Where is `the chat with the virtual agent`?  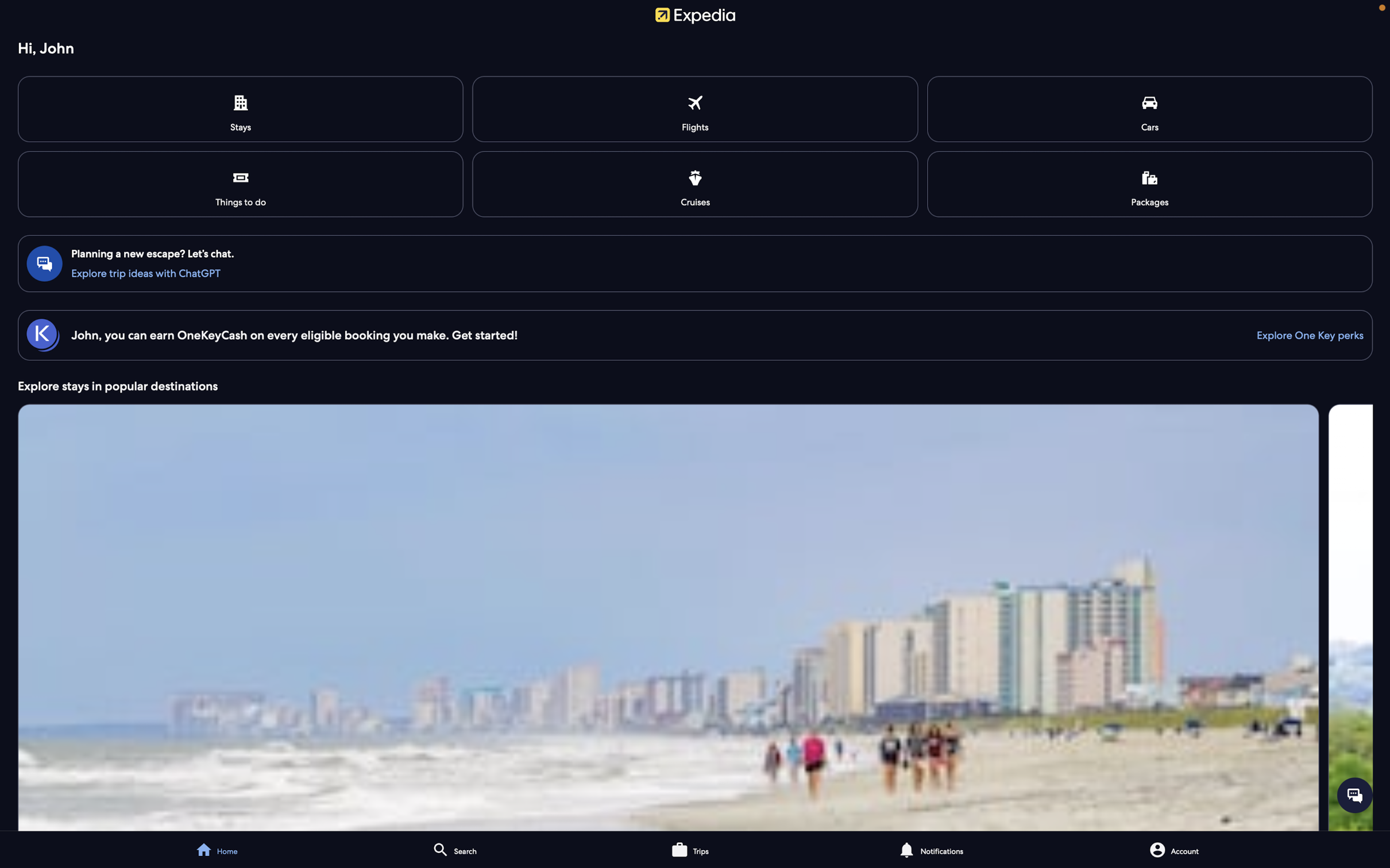
the chat with the virtual agent is located at coordinates (696, 272).